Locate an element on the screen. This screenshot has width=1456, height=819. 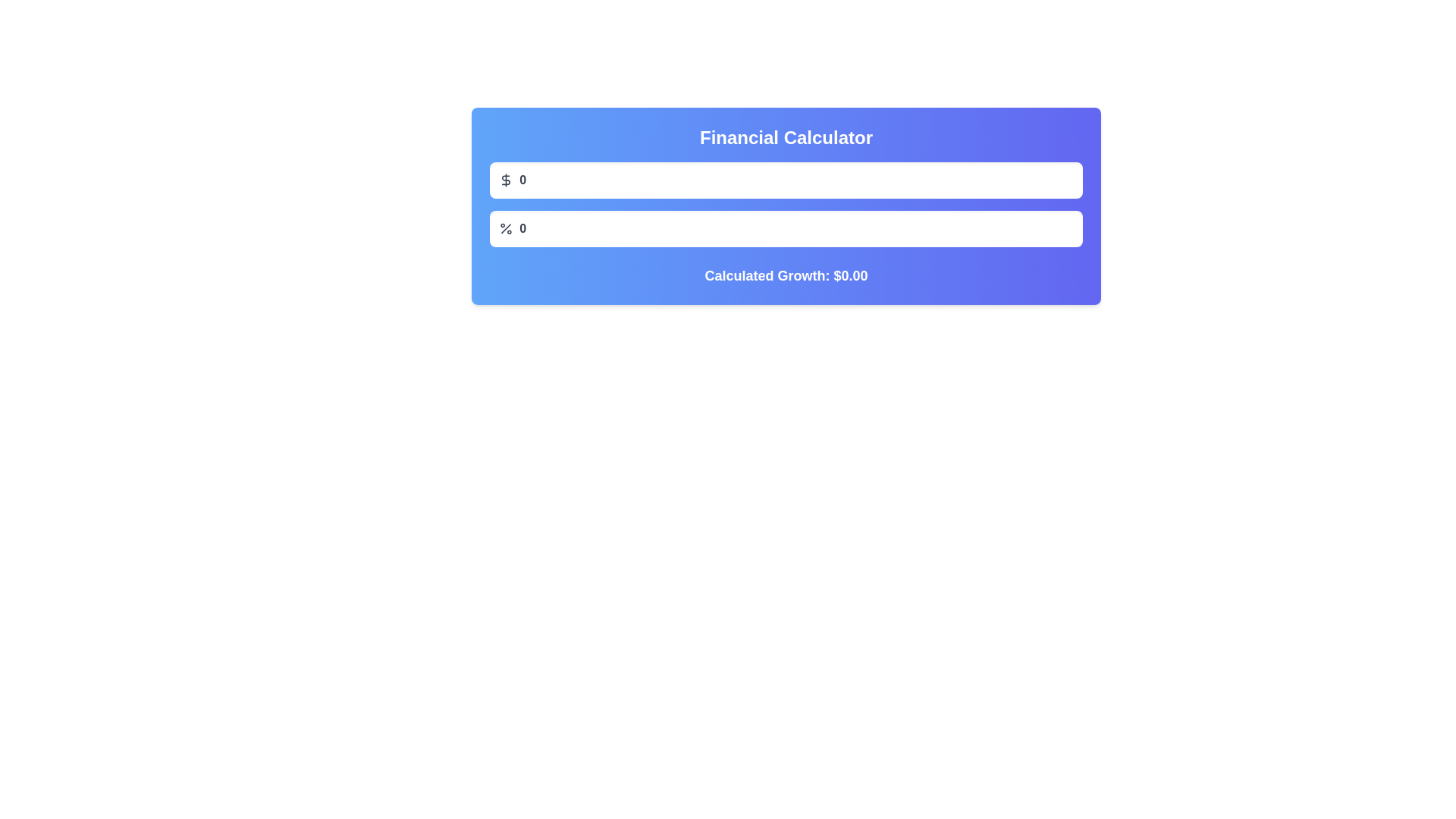
the static text label that displays the calculated growth value in the 'Financial Calculator' section, located at the bottom of the card below the input fields is located at coordinates (786, 275).